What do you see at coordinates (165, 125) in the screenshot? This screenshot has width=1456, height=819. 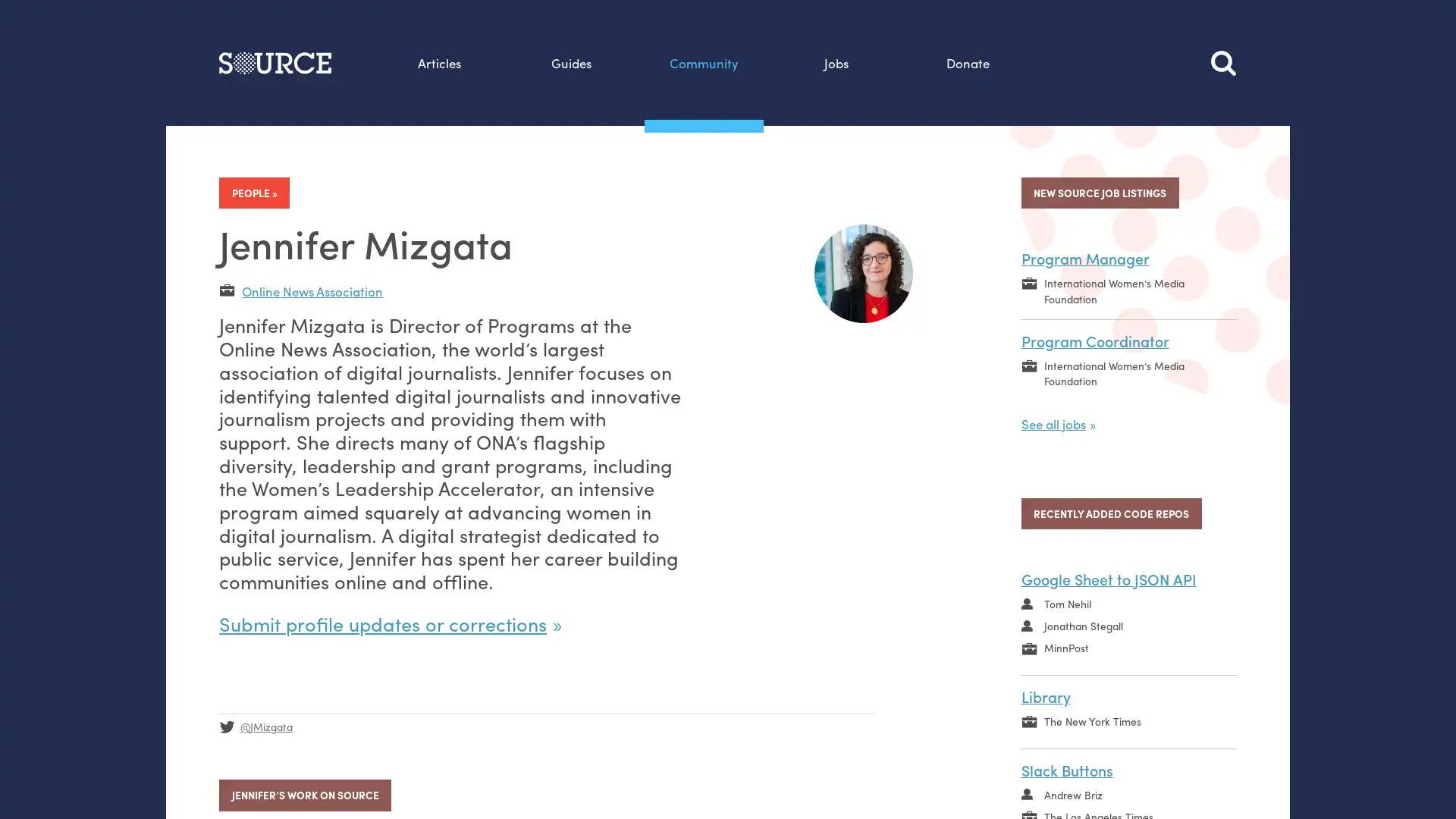 I see `Search this site` at bounding box center [165, 125].